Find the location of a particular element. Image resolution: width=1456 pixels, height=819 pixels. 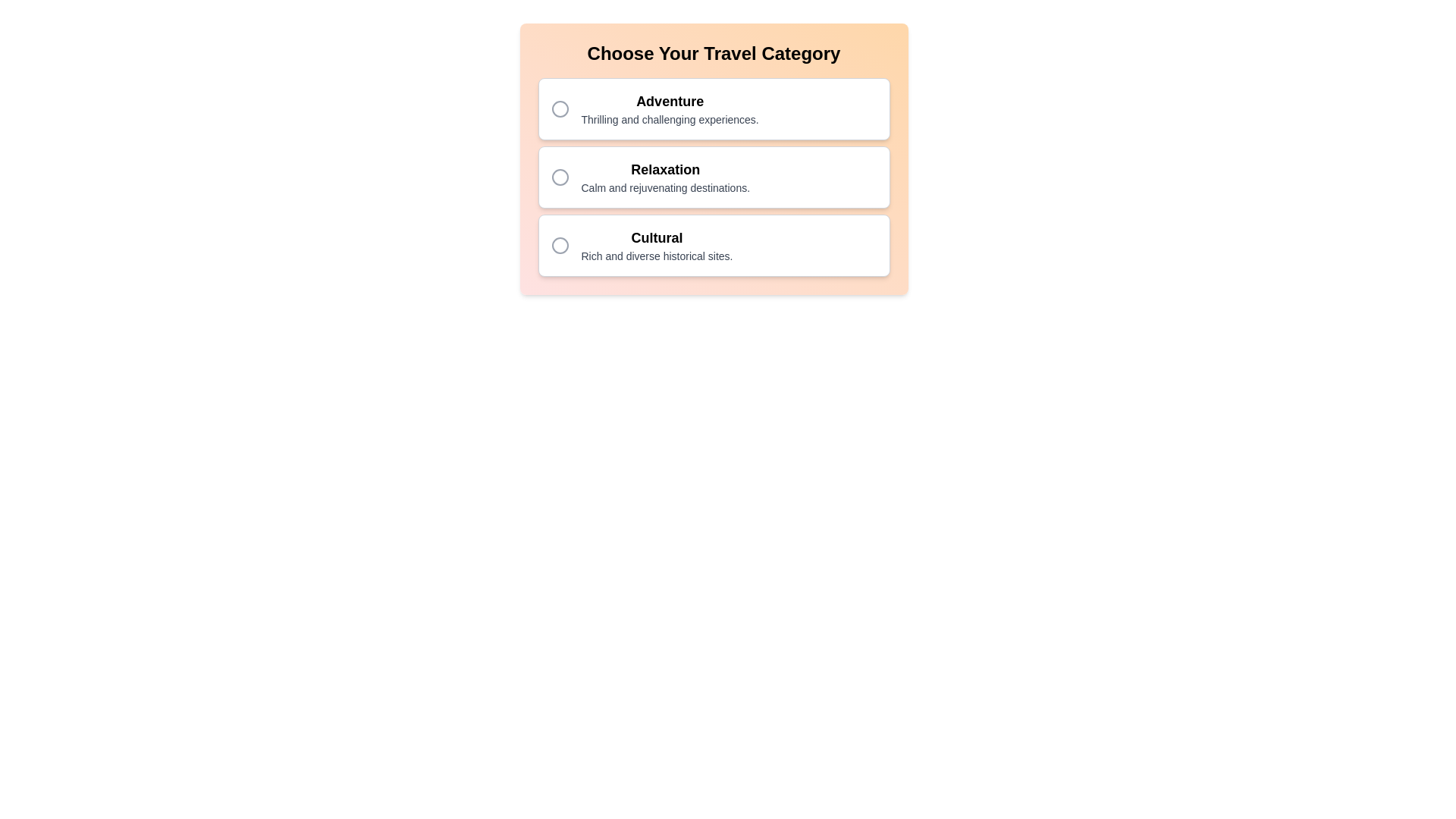

the radio button located at the leftmost part of the 'Relaxation' card to receive a visual indication of interactivity is located at coordinates (559, 177).